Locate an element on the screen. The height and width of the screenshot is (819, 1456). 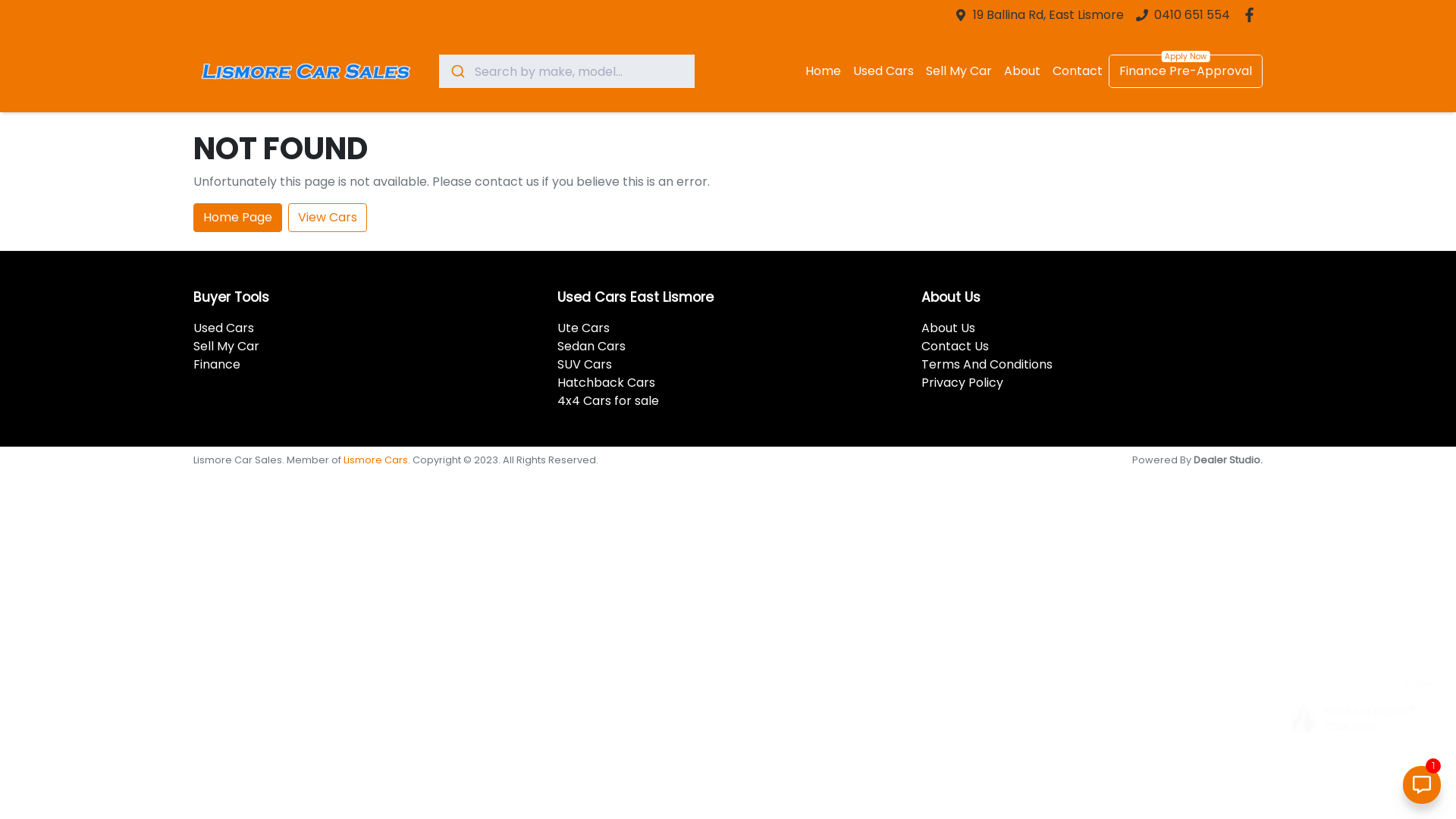
'4x4 Cars for sale' is located at coordinates (607, 400).